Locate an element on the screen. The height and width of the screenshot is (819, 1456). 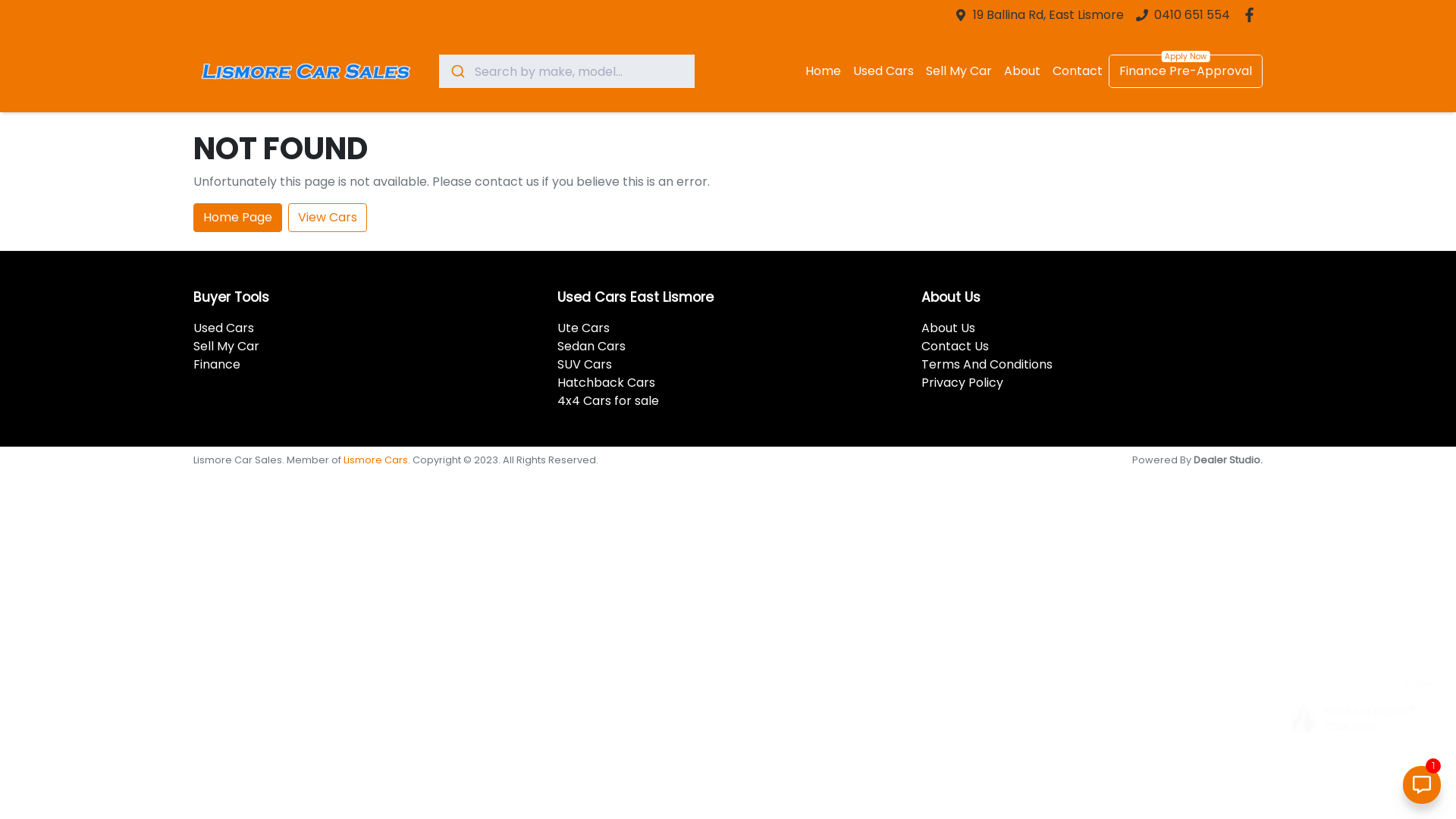
'4x4 Cars for sale' is located at coordinates (607, 400).